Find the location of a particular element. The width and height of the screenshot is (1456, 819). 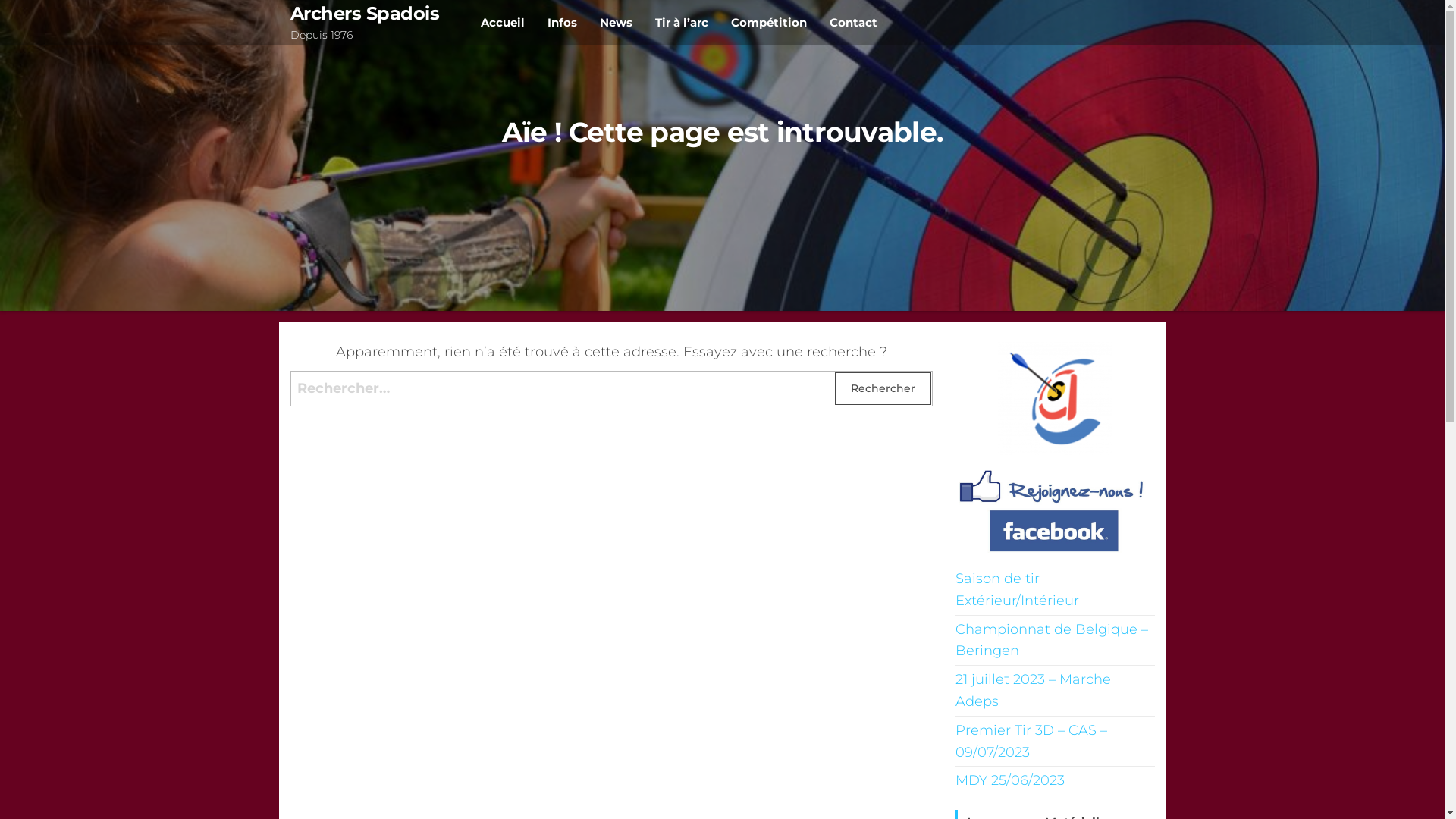

'Rechercher' is located at coordinates (883, 388).